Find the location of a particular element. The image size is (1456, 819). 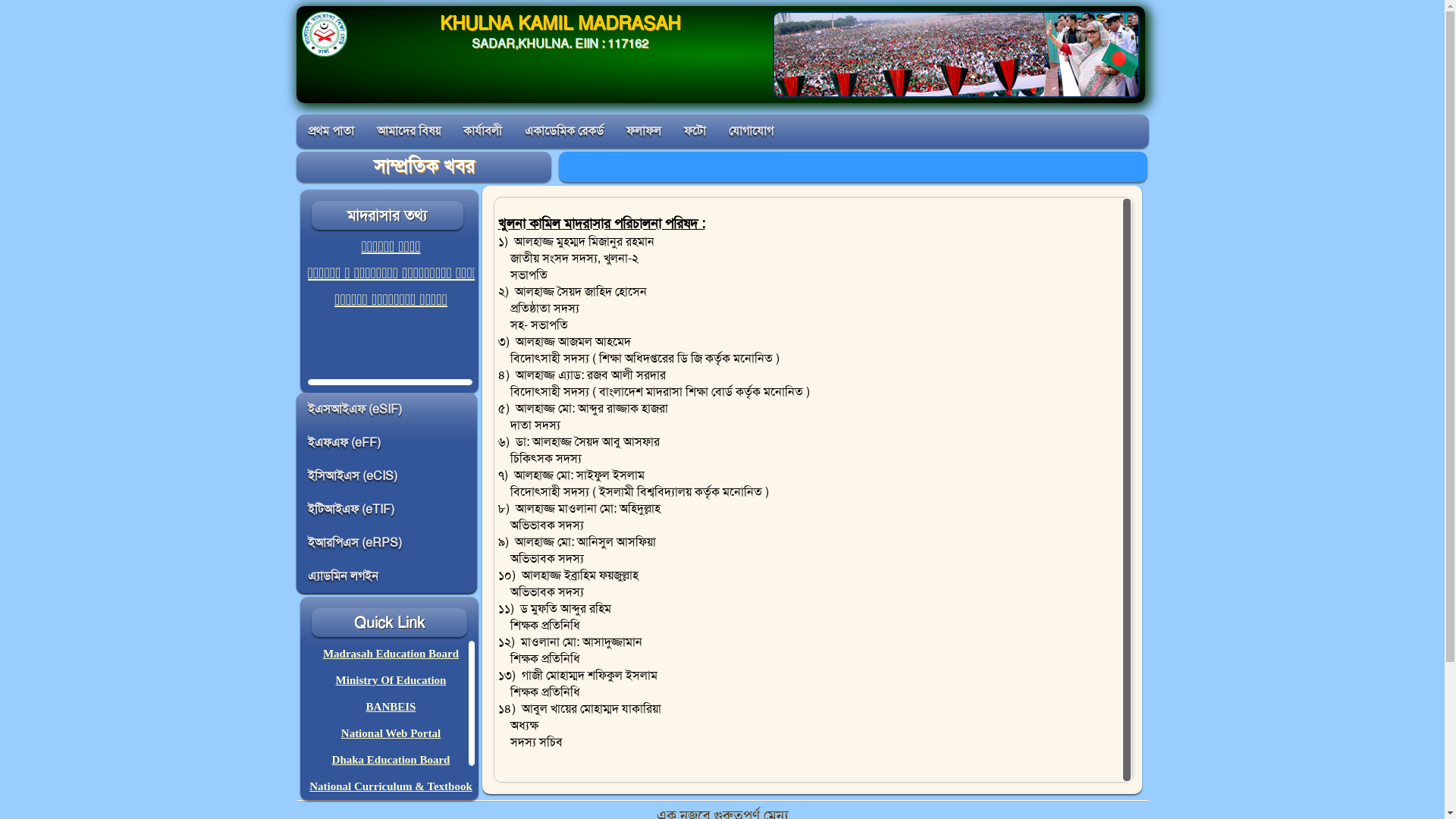

'Dhaka Education Board' is located at coordinates (391, 760).